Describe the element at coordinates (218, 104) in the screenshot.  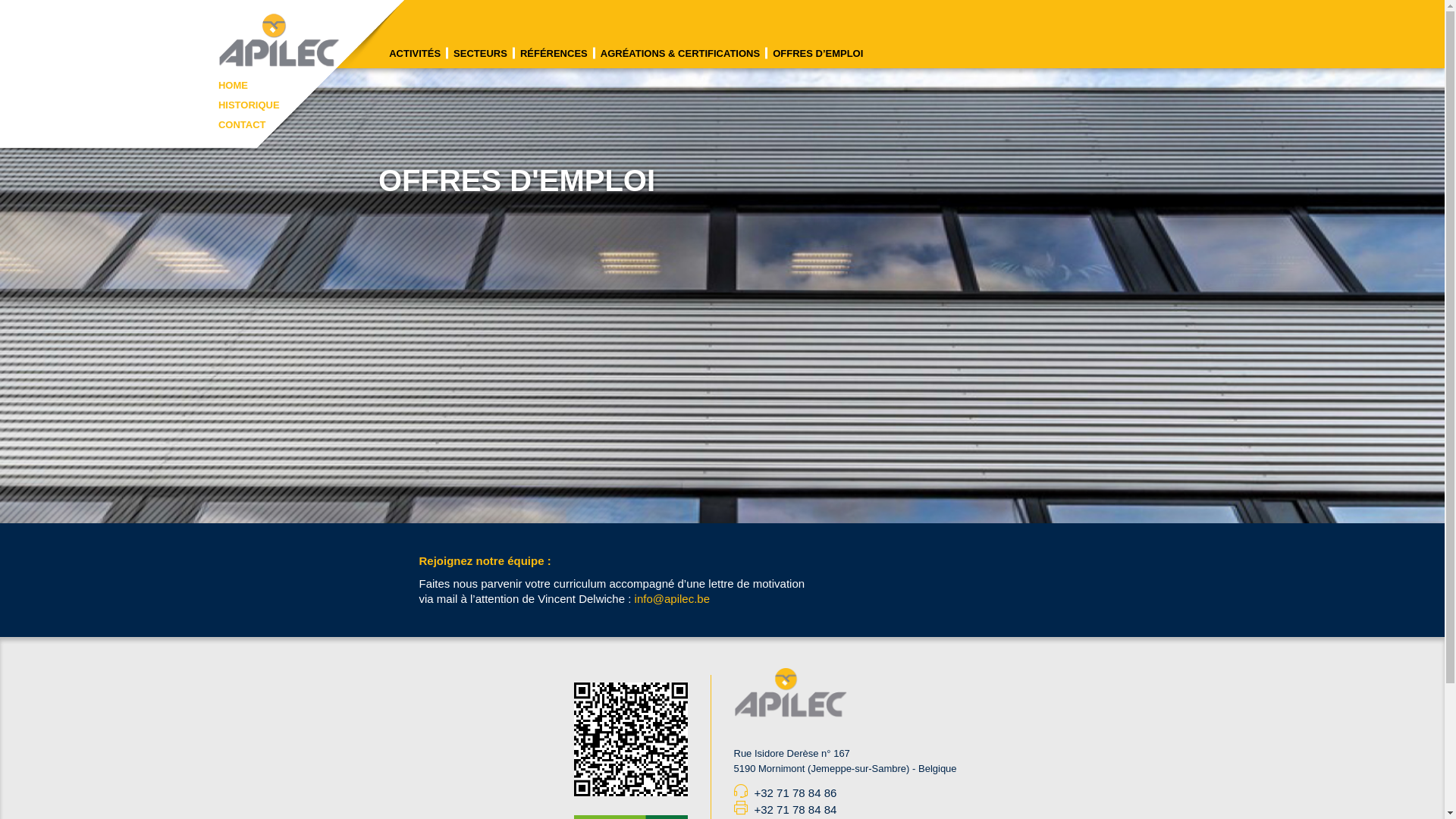
I see `'HISTORIQUE'` at that location.